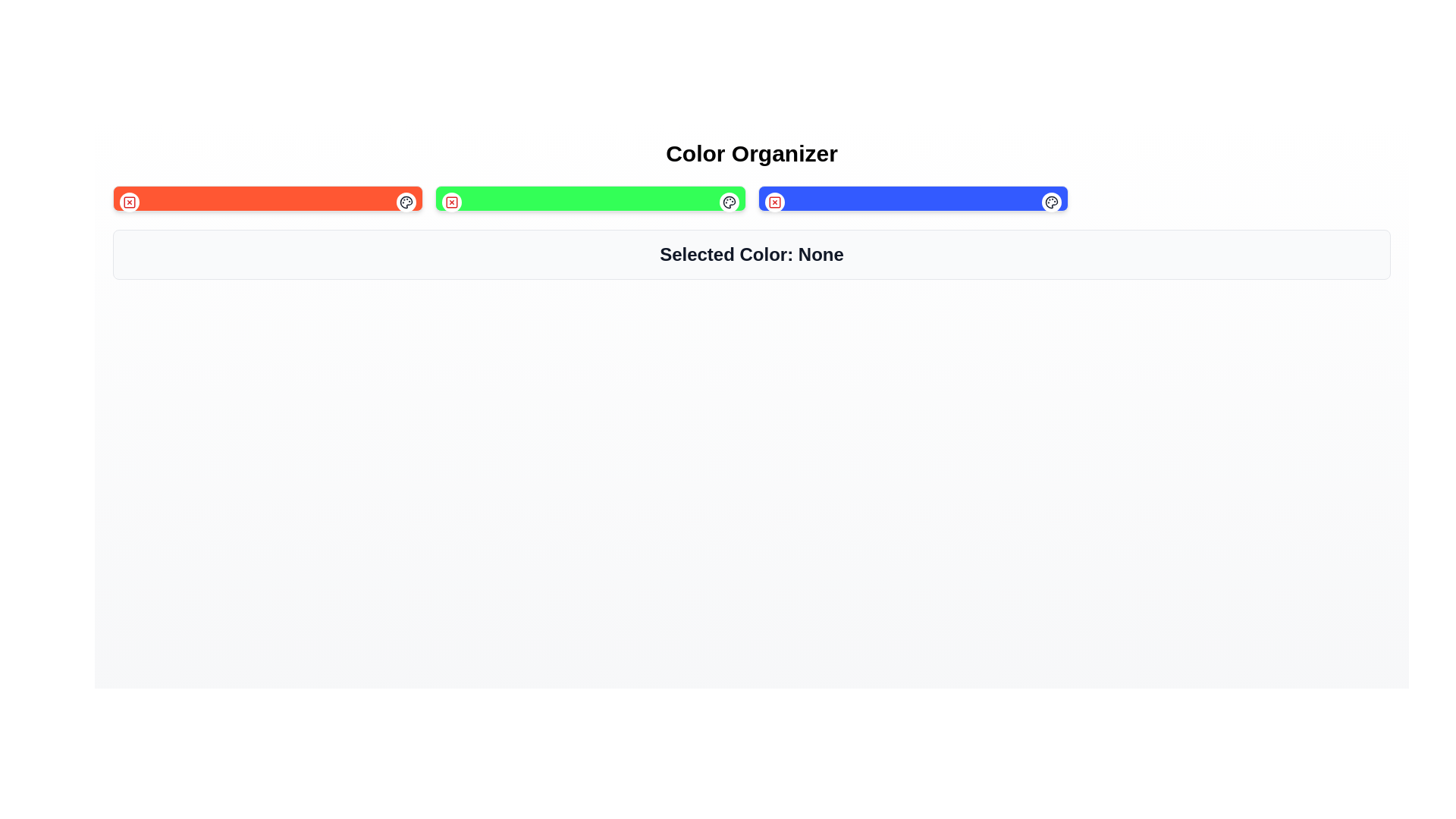 The image size is (1456, 819). What do you see at coordinates (451, 201) in the screenshot?
I see `the red square button with a white 'X' inside, which is located at the top-left corner of the green rectangular section` at bounding box center [451, 201].